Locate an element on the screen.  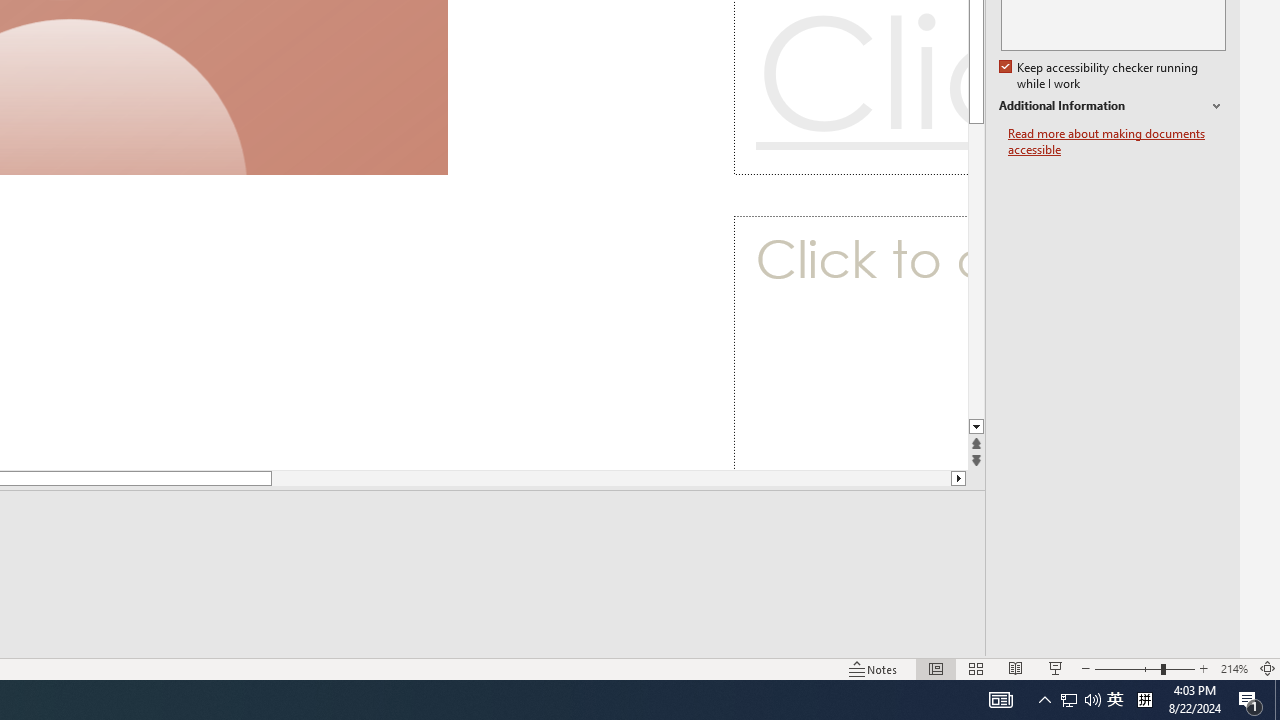
'Subtitle TextBox' is located at coordinates (850, 342).